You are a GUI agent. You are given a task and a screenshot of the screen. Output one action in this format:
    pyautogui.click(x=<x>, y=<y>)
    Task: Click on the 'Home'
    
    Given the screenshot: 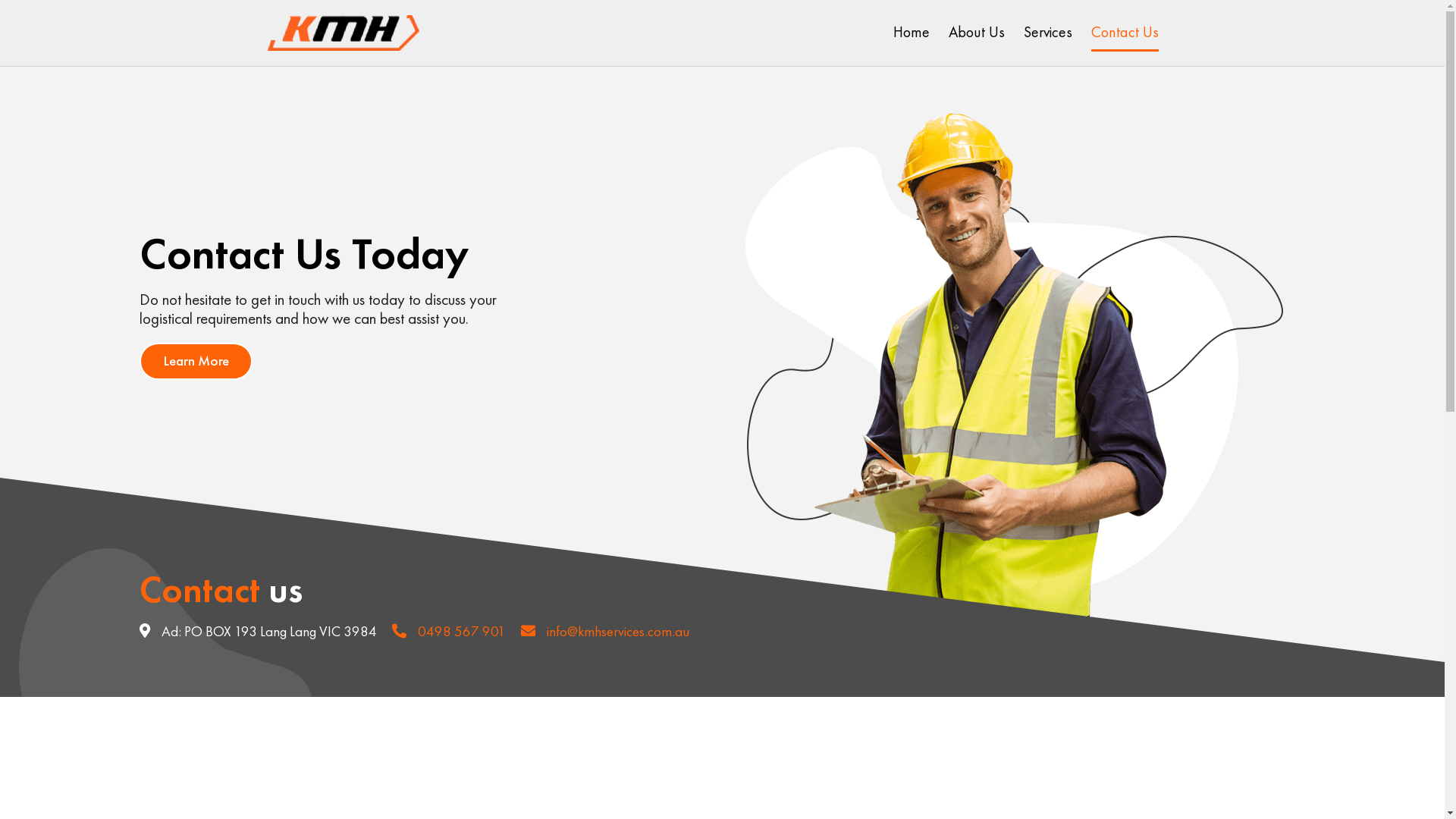 What is the action you would take?
    pyautogui.click(x=910, y=32)
    